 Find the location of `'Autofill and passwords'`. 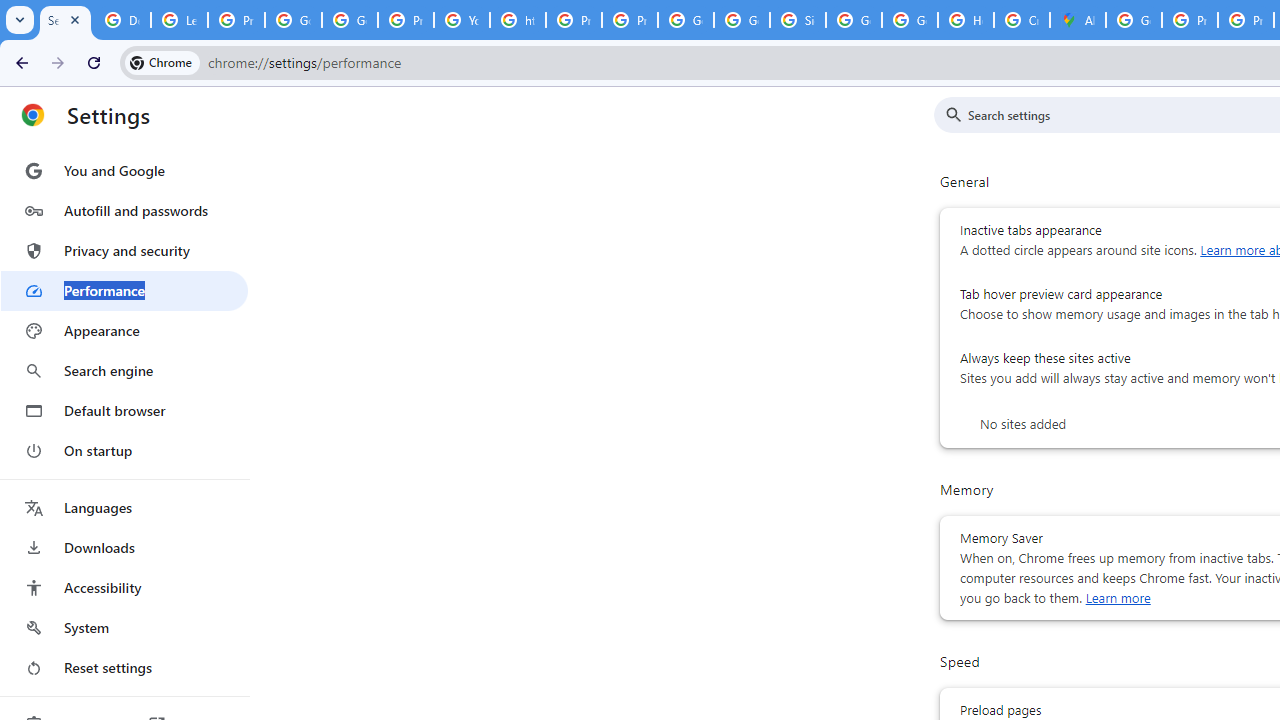

'Autofill and passwords' is located at coordinates (123, 210).